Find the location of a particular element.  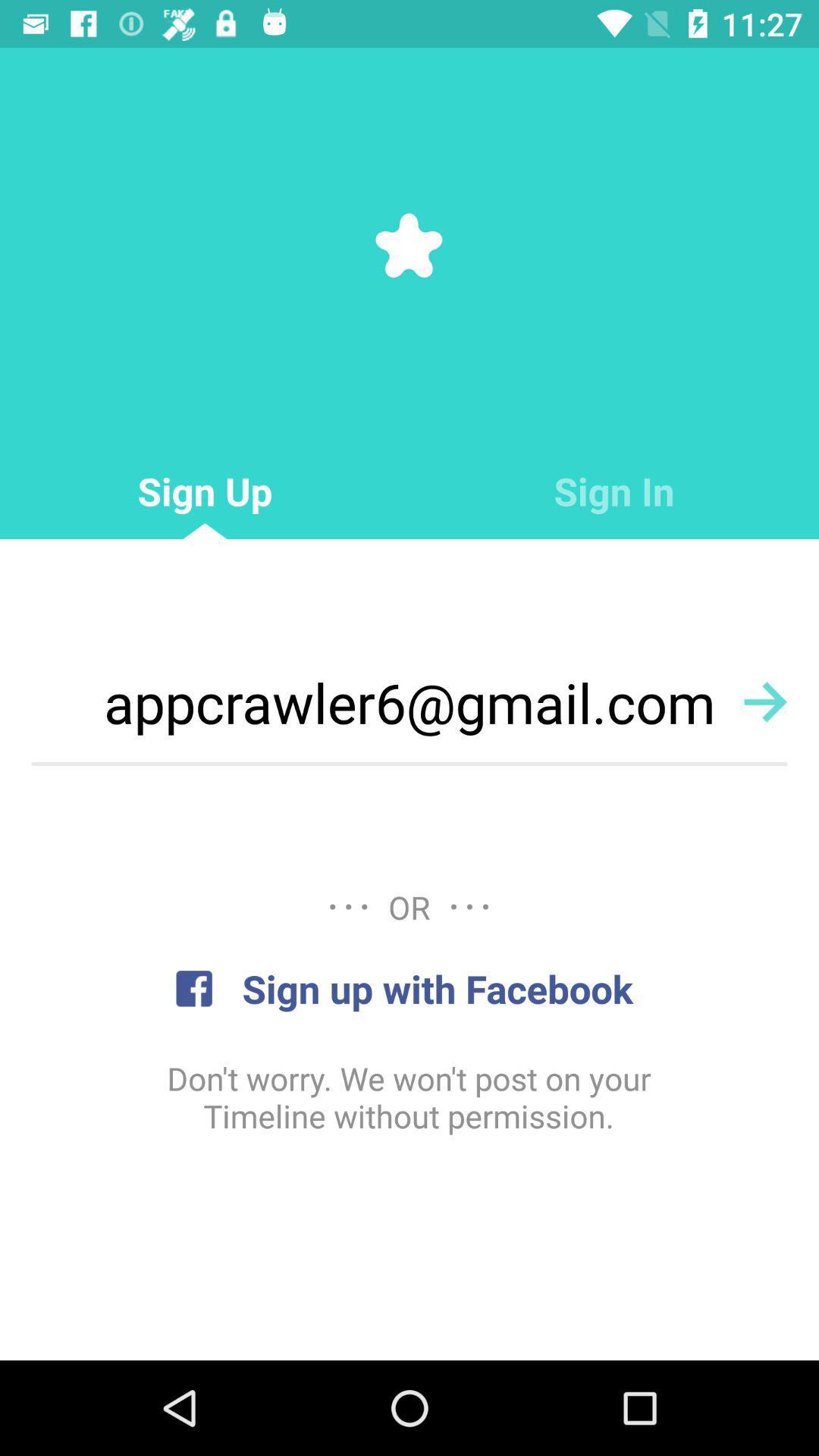

the icon above appcrawler6@gmail.com is located at coordinates (614, 491).